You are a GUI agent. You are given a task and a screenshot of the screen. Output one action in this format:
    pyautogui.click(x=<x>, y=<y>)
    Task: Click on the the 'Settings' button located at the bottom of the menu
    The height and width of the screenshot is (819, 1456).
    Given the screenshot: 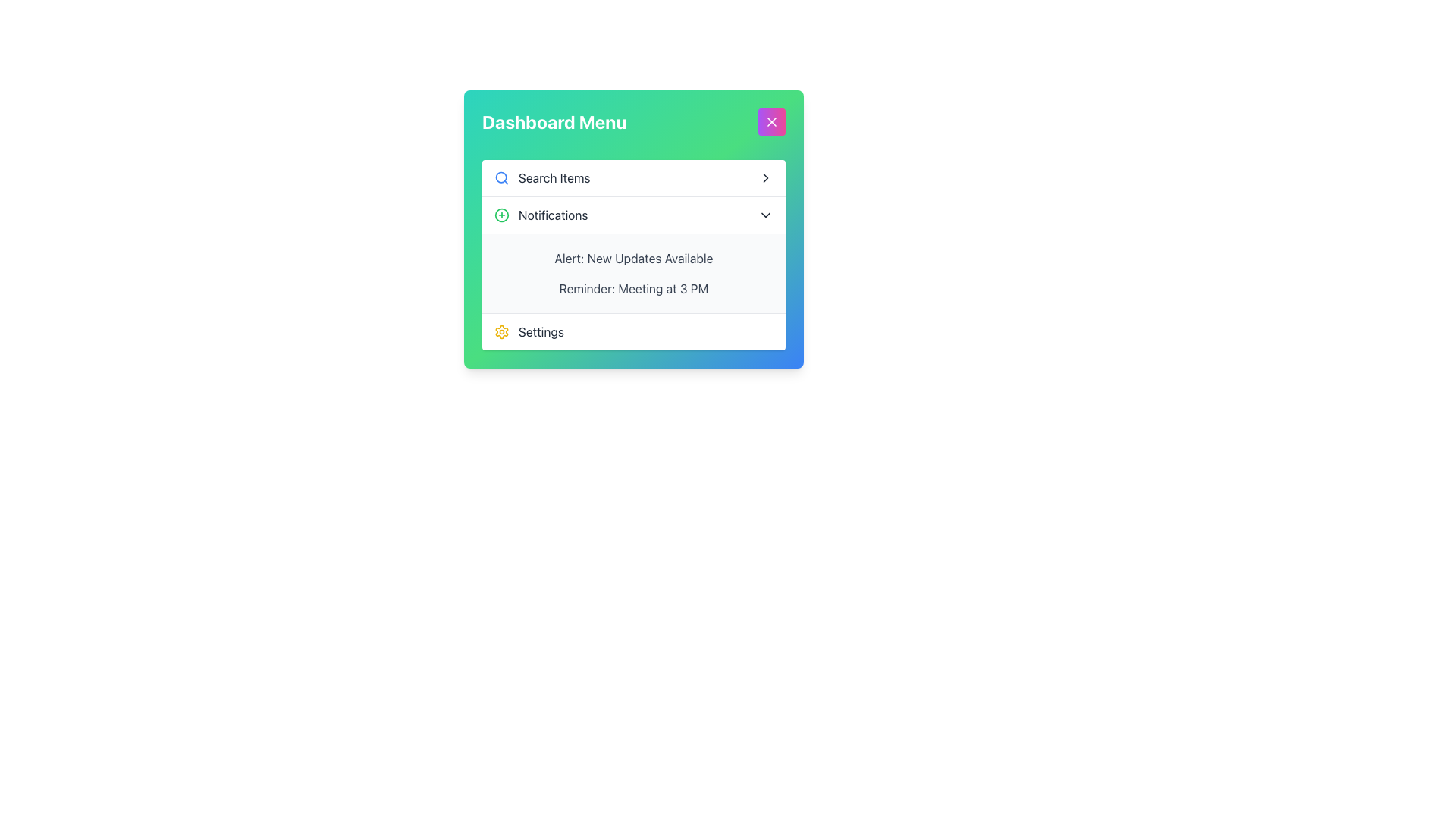 What is the action you would take?
    pyautogui.click(x=633, y=331)
    